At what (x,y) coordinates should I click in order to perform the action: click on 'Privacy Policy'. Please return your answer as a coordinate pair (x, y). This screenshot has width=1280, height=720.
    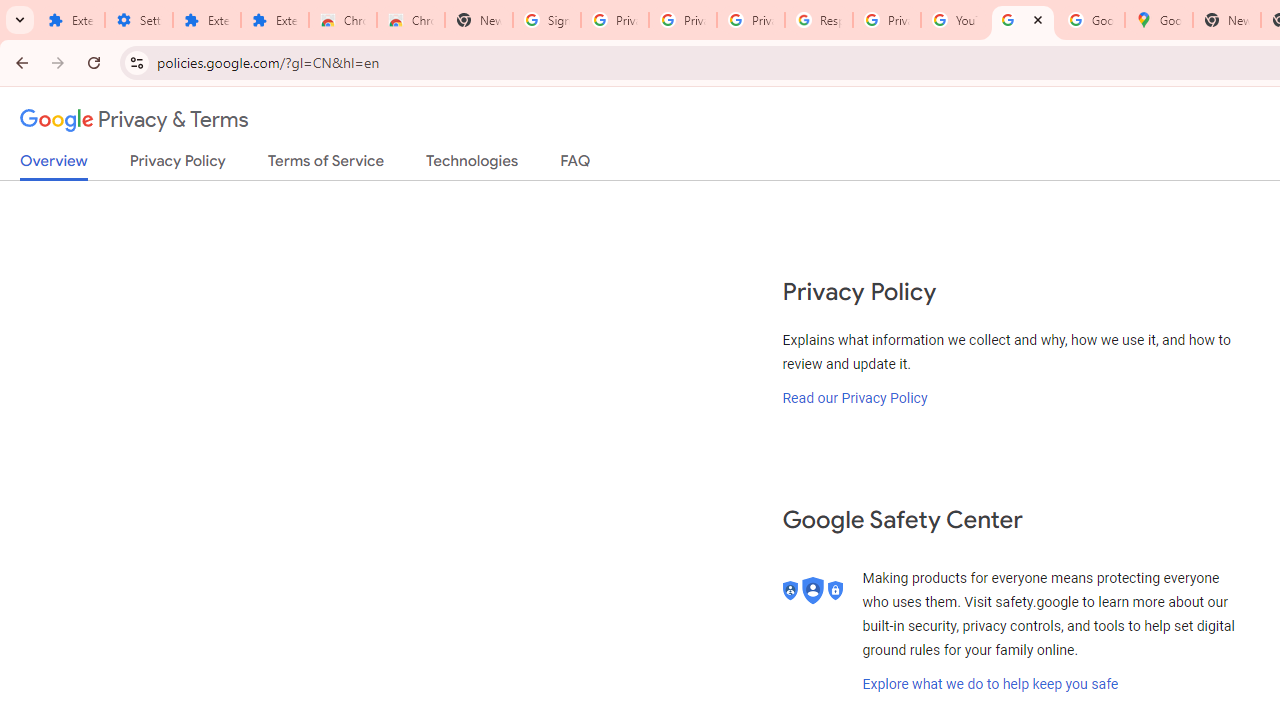
    Looking at the image, I should click on (177, 164).